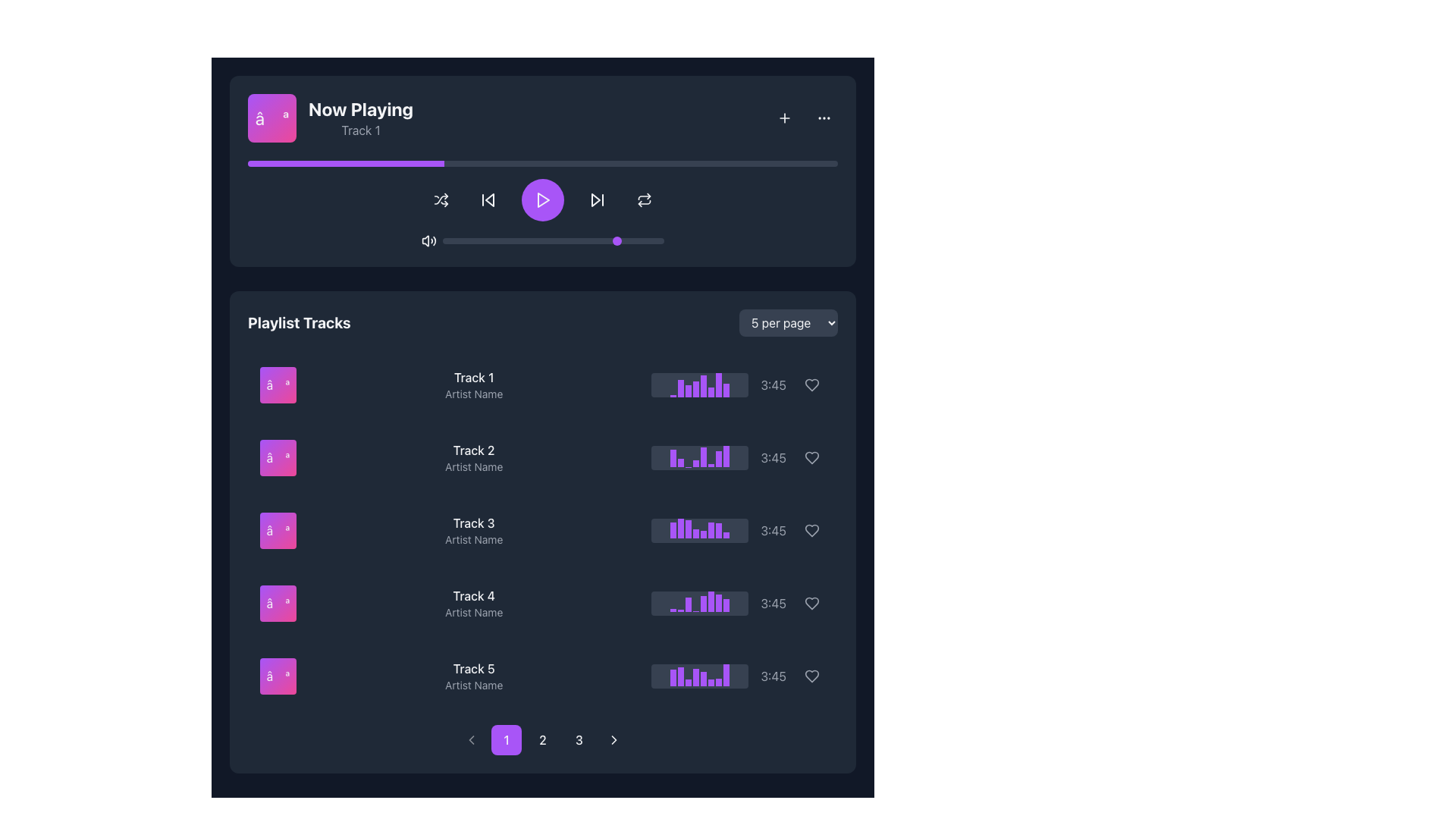 Image resolution: width=1456 pixels, height=819 pixels. I want to click on the small triangular skip-back icon, which is the second component in the media control interface, to skip back to the previous track, so click(490, 199).